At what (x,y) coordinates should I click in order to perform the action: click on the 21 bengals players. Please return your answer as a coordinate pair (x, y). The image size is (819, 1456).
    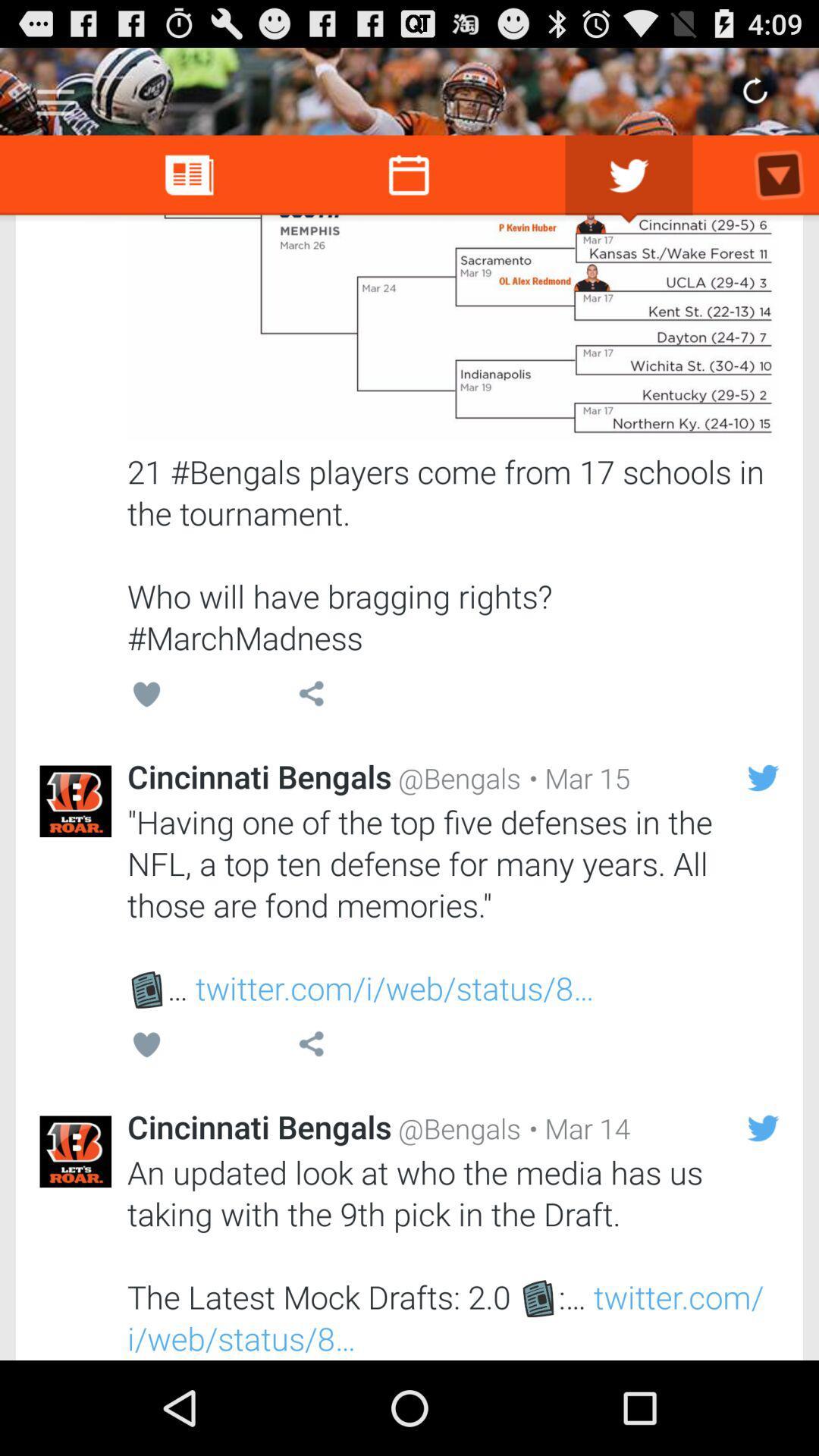
    Looking at the image, I should click on (452, 554).